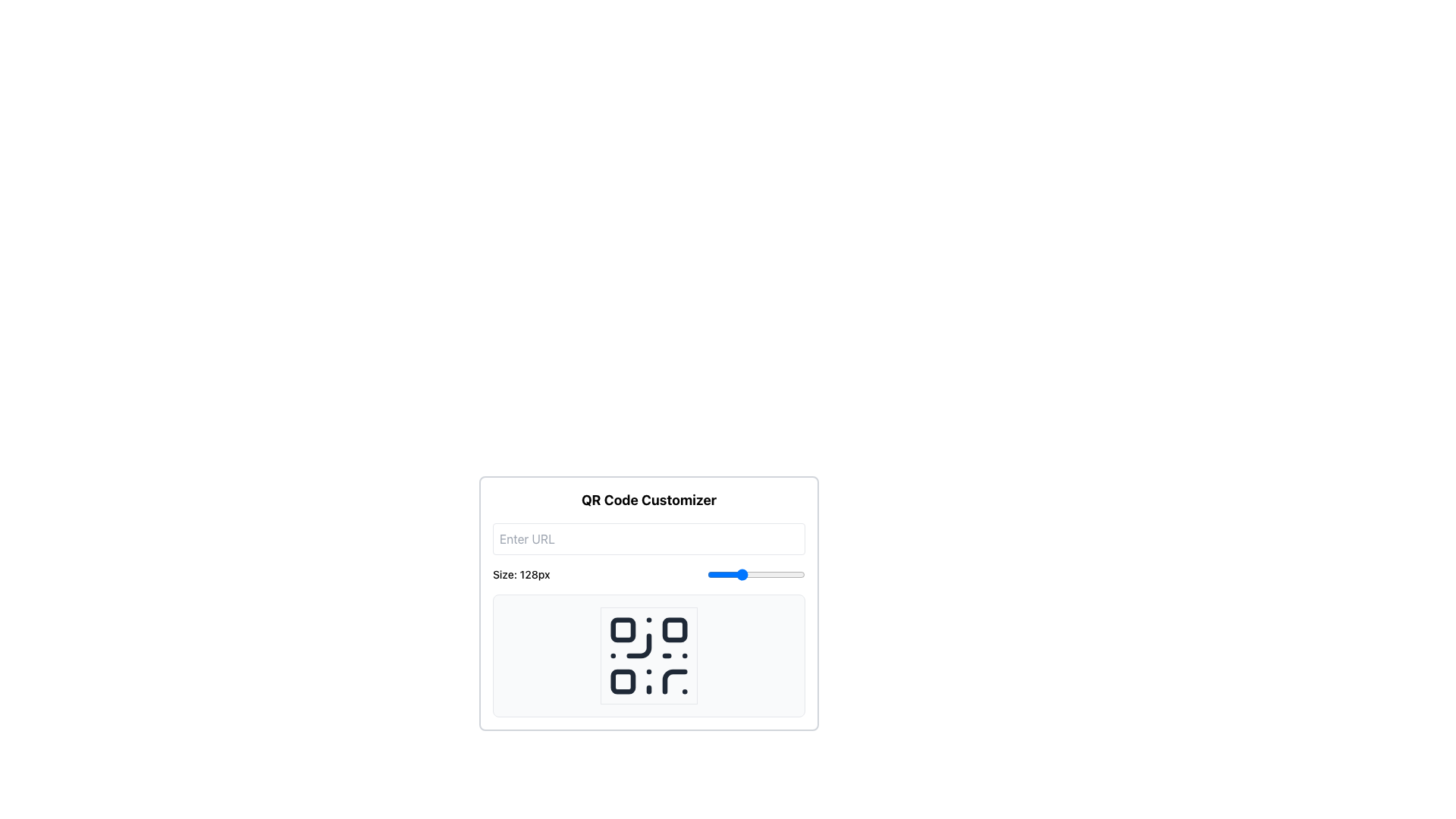 Image resolution: width=1456 pixels, height=819 pixels. Describe the element at coordinates (770, 575) in the screenshot. I see `the size` at that location.